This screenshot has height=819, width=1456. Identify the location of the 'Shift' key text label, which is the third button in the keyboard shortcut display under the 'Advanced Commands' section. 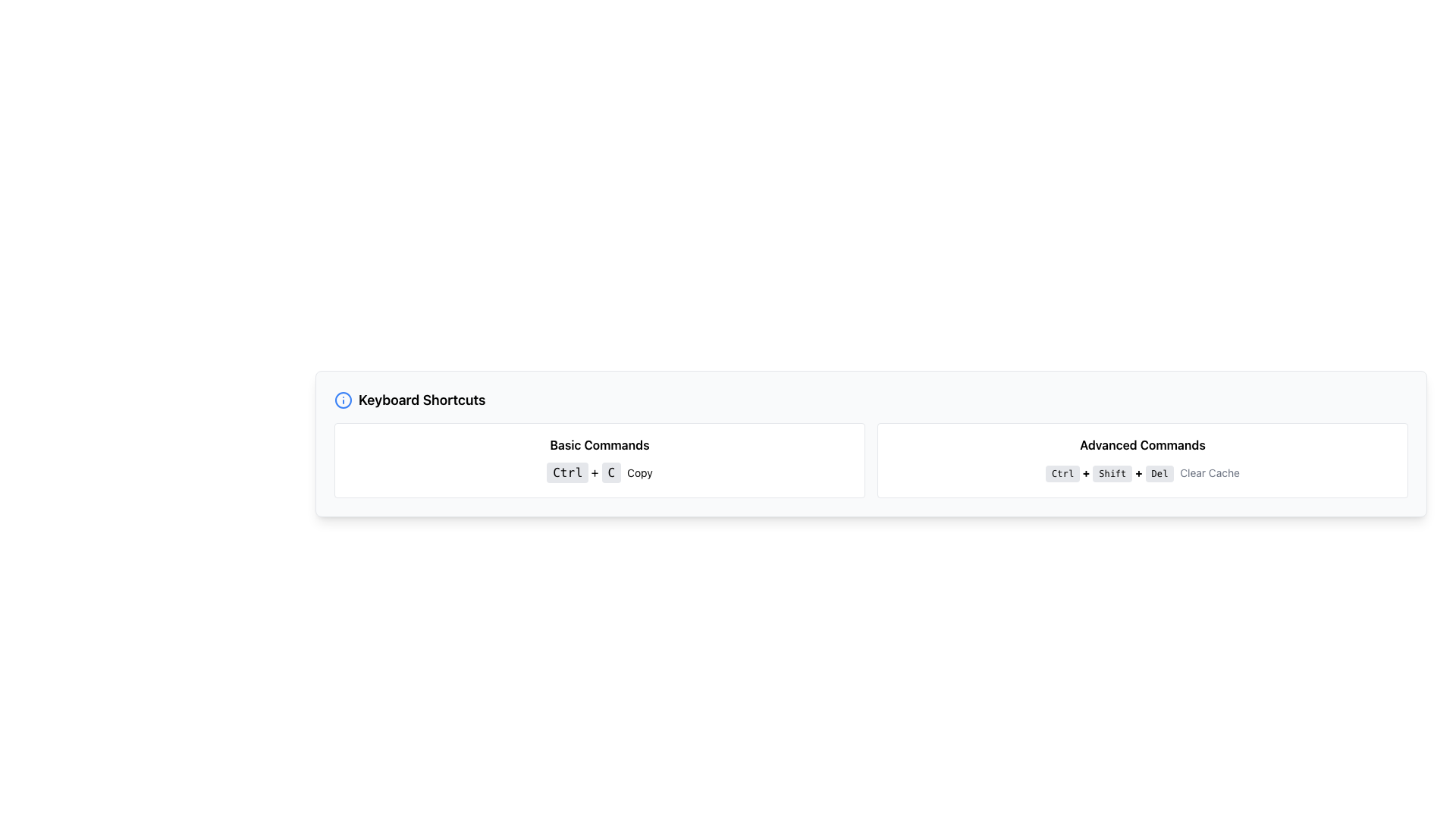
(1112, 472).